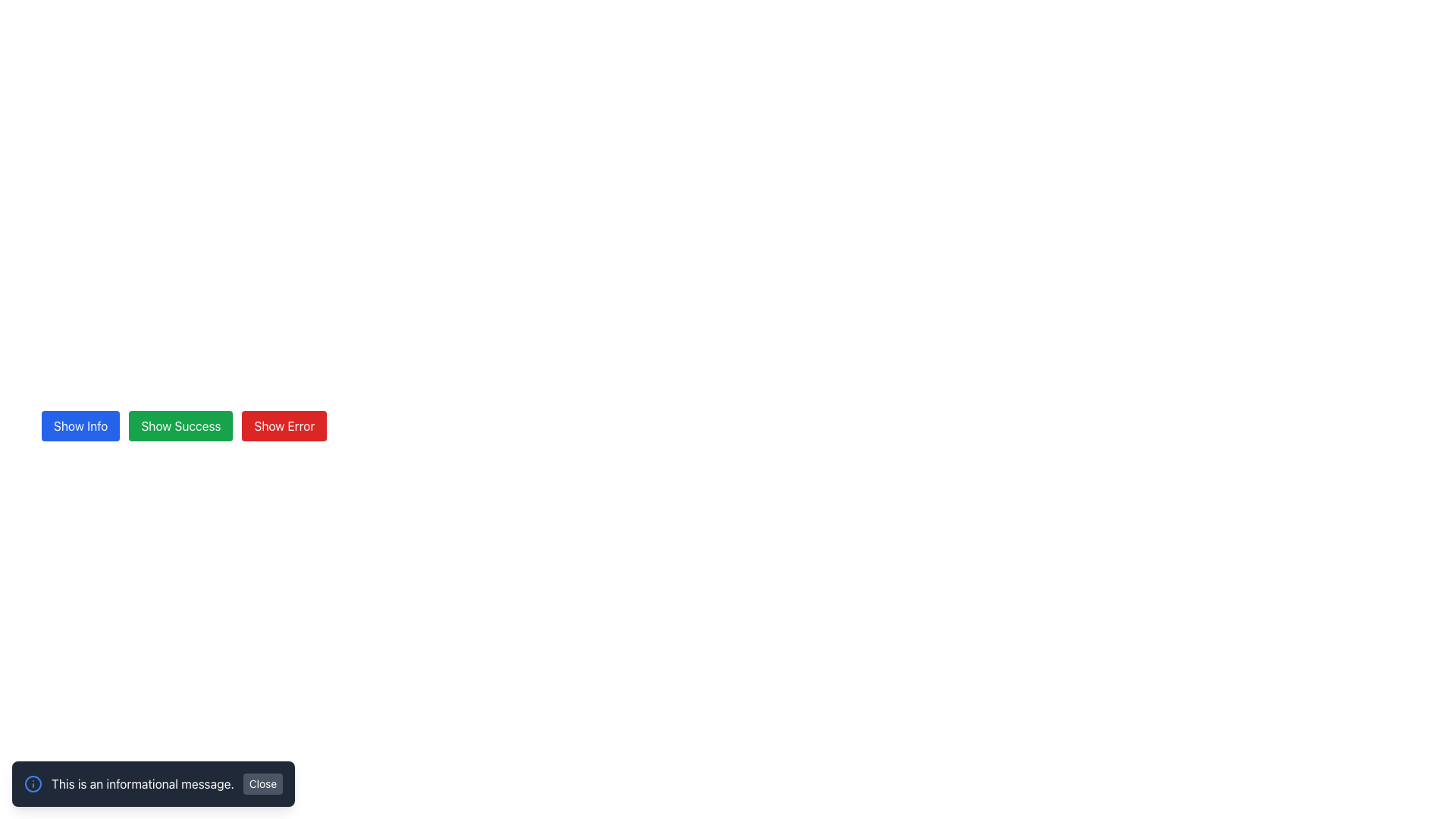  What do you see at coordinates (180, 426) in the screenshot?
I see `the trigger button located between the blue 'Show Info' button and the red 'Show Error' button` at bounding box center [180, 426].